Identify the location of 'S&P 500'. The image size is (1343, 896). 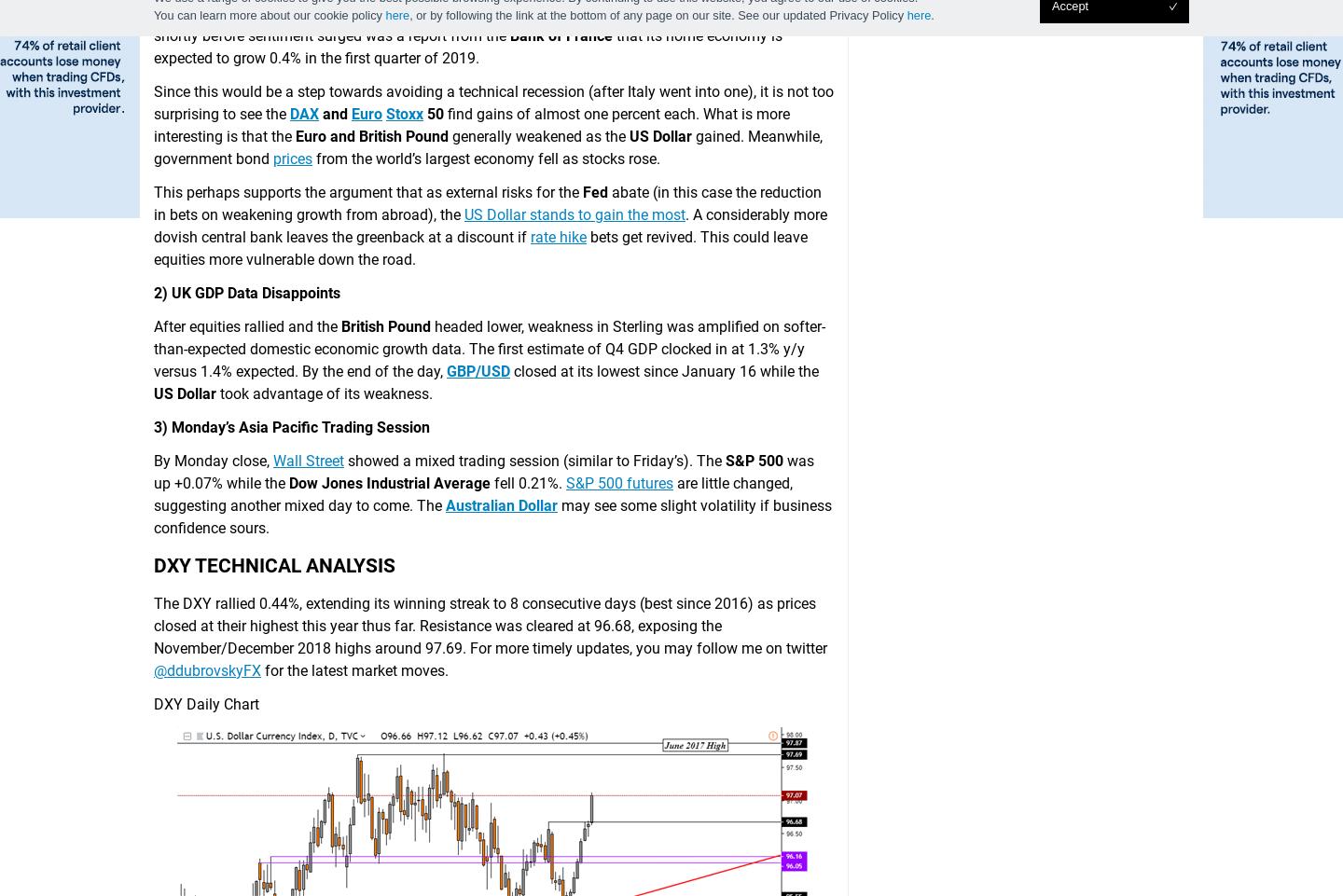
(754, 460).